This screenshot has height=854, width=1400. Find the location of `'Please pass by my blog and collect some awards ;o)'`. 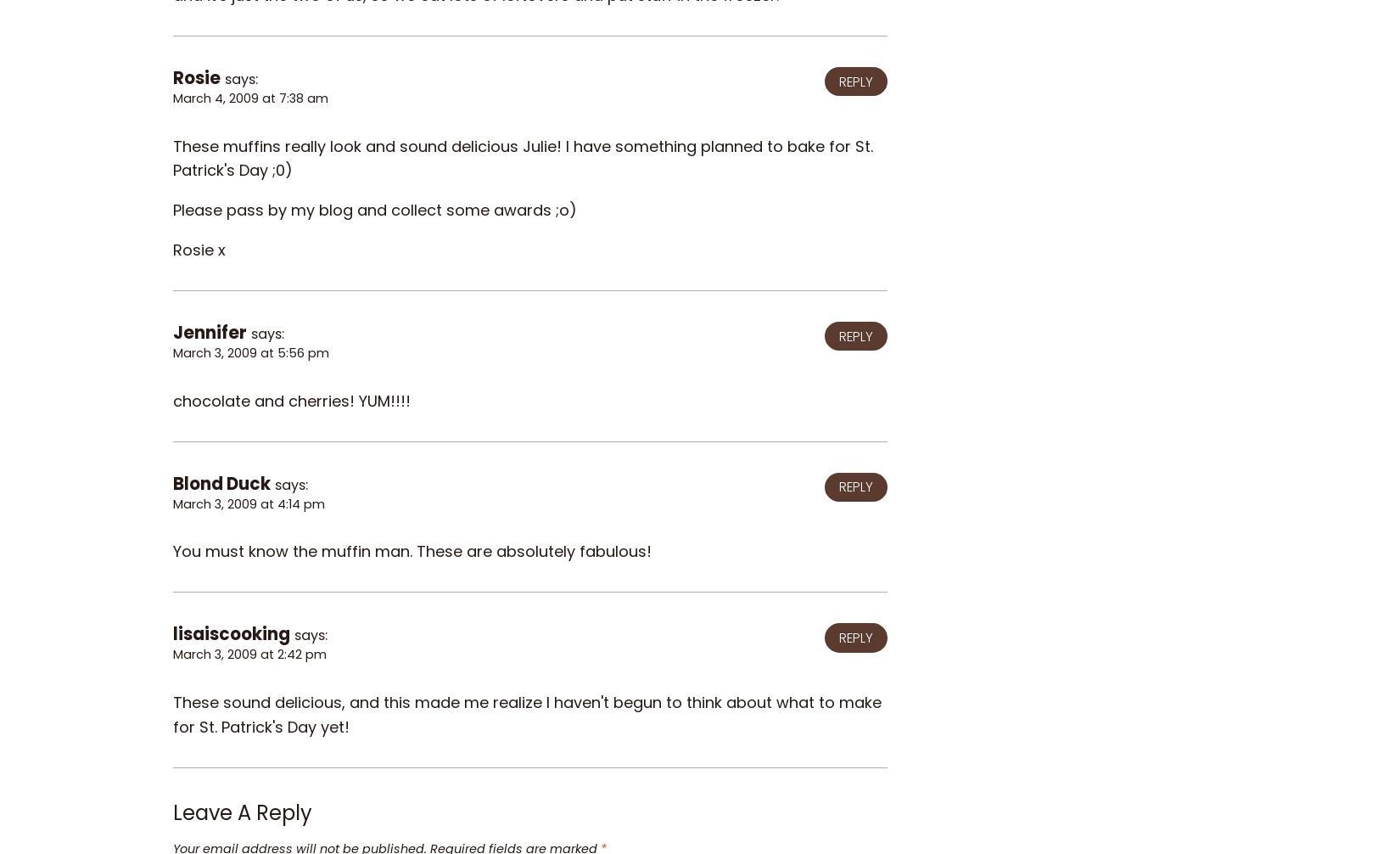

'Please pass by my blog and collect some awards ;o)' is located at coordinates (374, 210).